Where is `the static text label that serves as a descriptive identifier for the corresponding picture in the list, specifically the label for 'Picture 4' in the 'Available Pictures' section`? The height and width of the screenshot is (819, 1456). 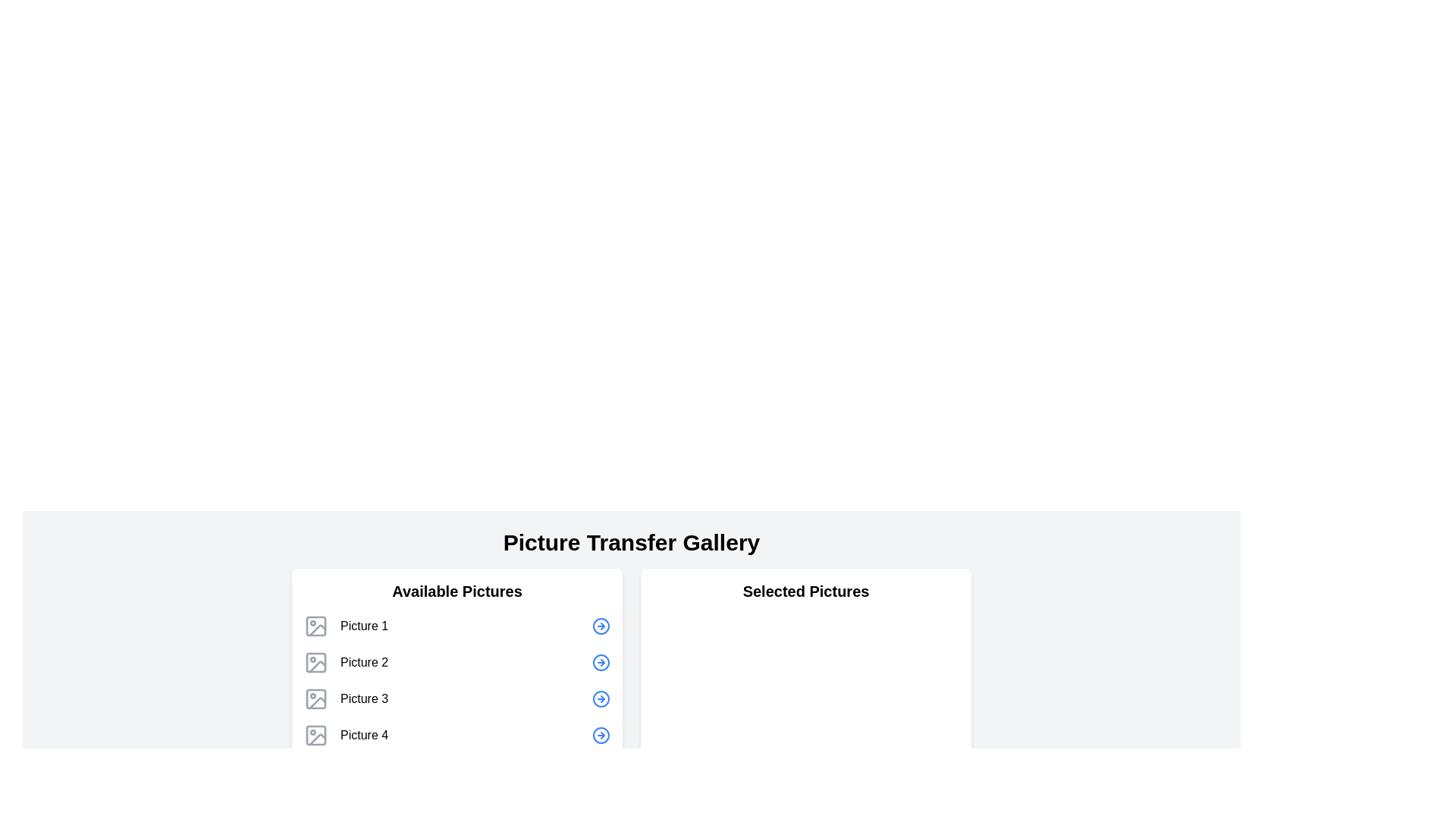
the static text label that serves as a descriptive identifier for the corresponding picture in the list, specifically the label for 'Picture 4' in the 'Available Pictures' section is located at coordinates (364, 734).